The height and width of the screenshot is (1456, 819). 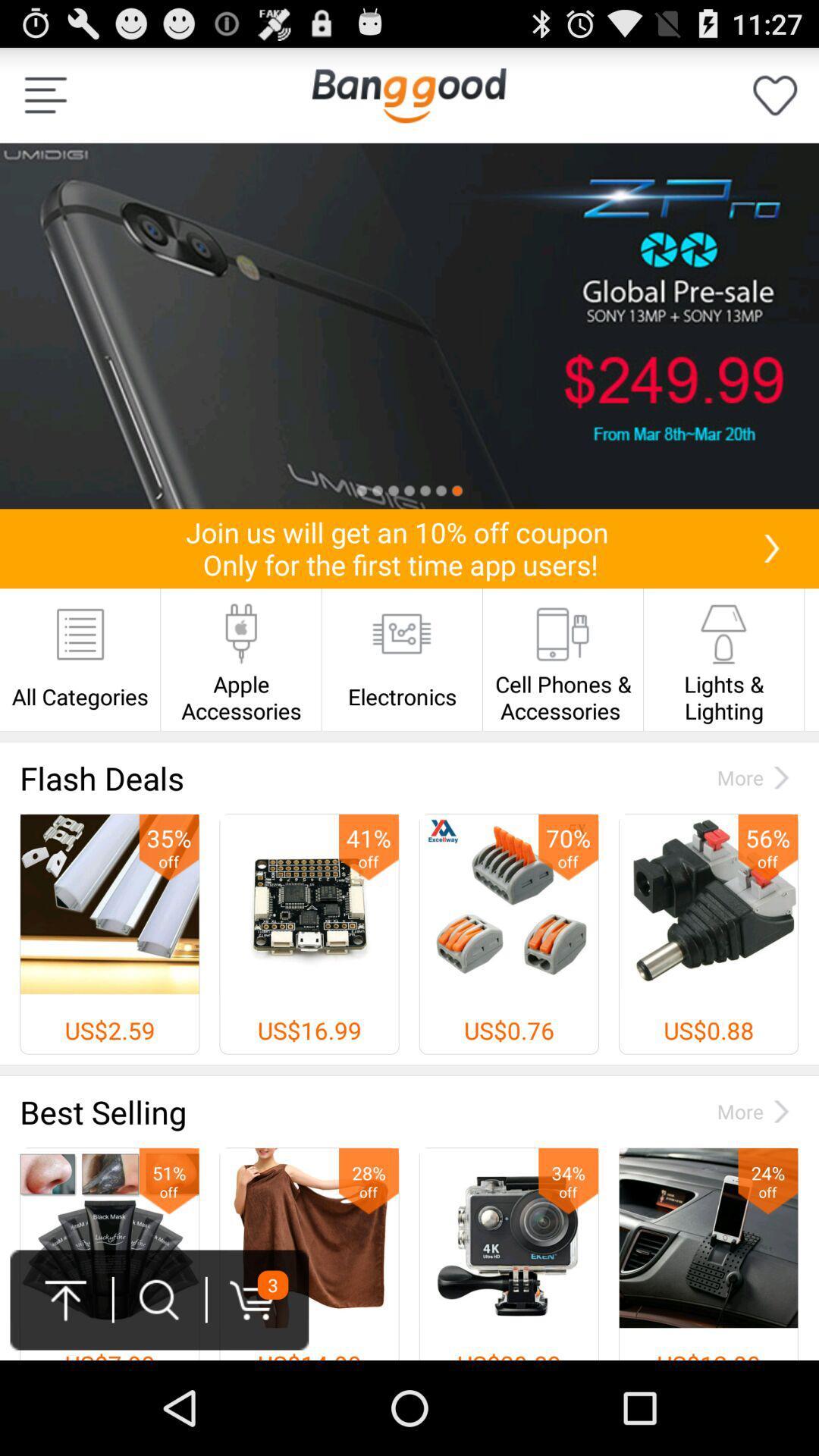 What do you see at coordinates (409, 325) in the screenshot?
I see `click for more information` at bounding box center [409, 325].